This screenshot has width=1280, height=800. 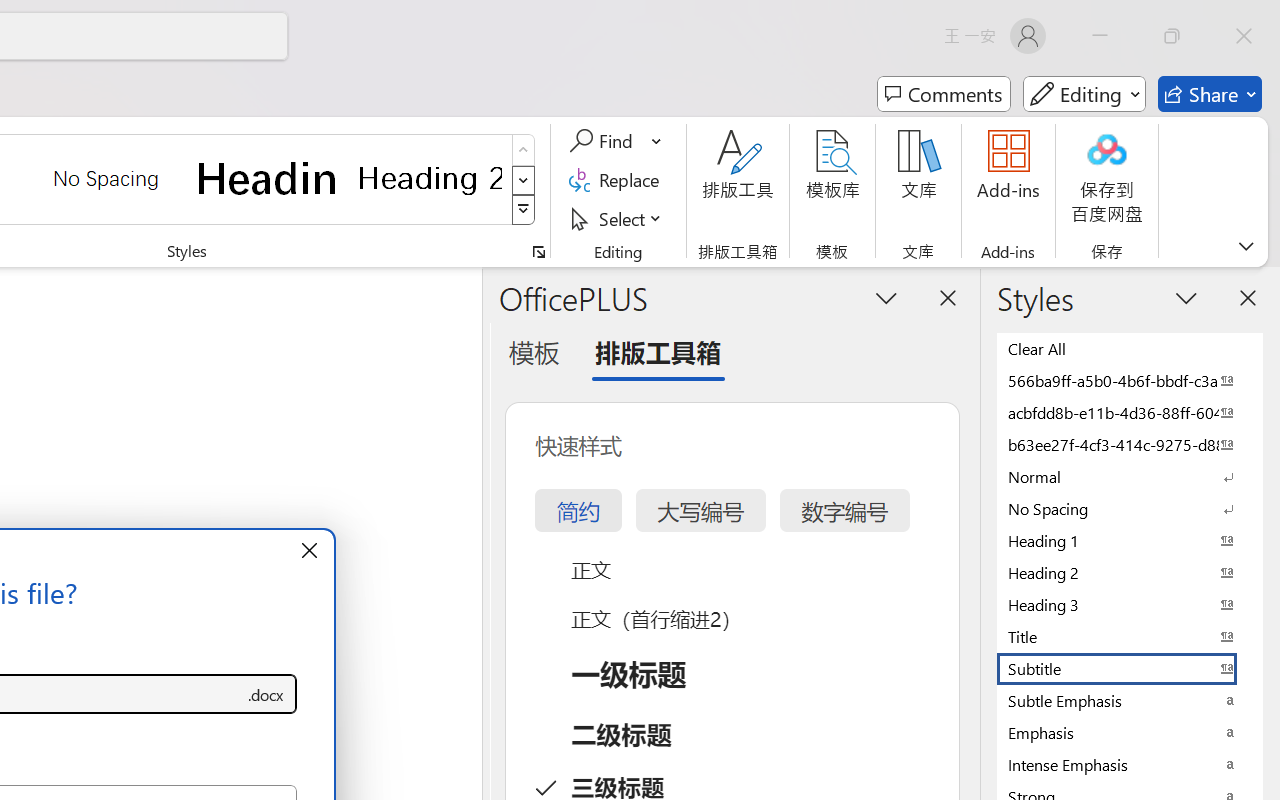 What do you see at coordinates (538, 251) in the screenshot?
I see `'Styles...'` at bounding box center [538, 251].